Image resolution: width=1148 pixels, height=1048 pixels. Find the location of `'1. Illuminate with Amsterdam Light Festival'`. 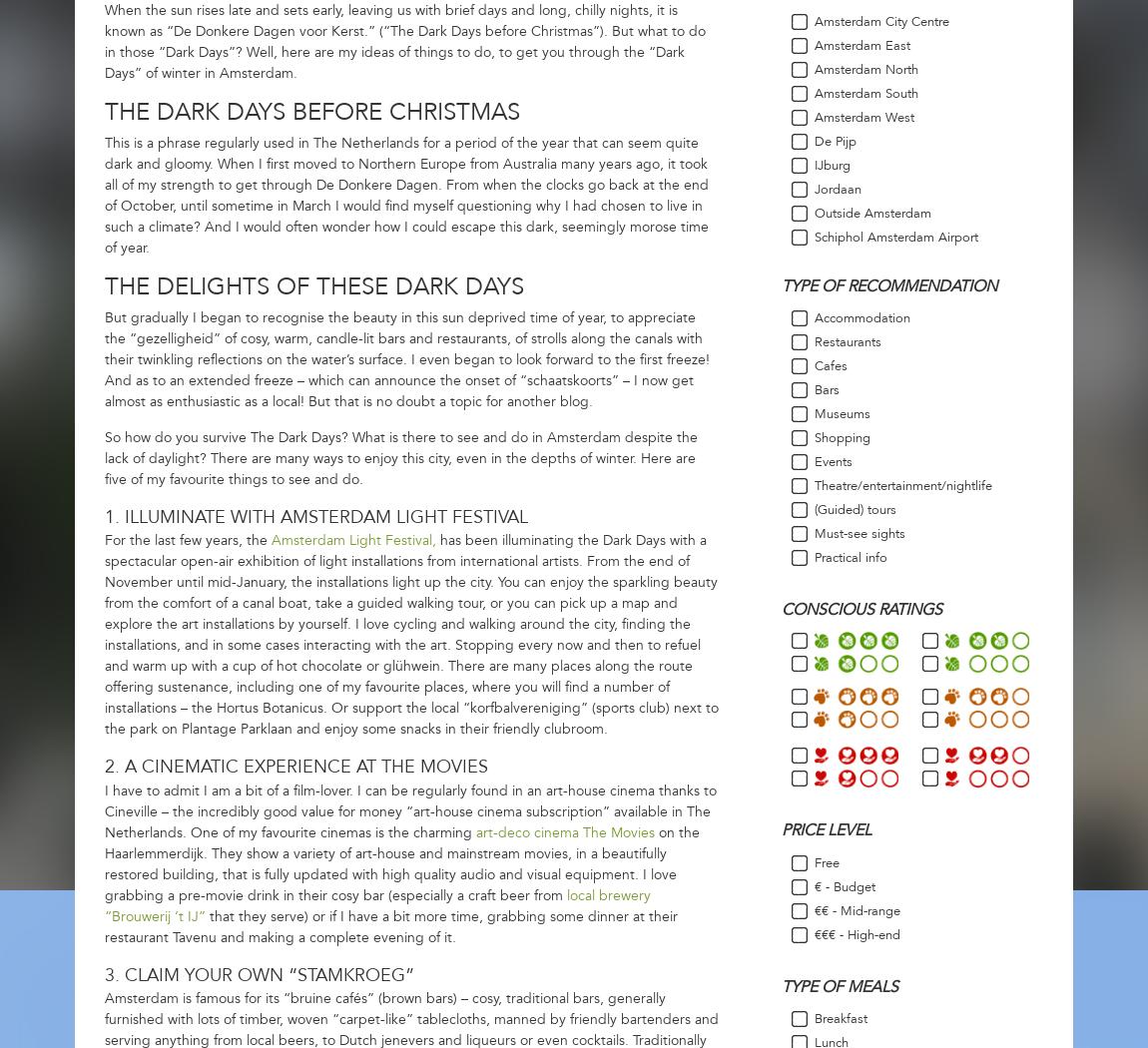

'1. Illuminate with Amsterdam Light Festival' is located at coordinates (316, 515).